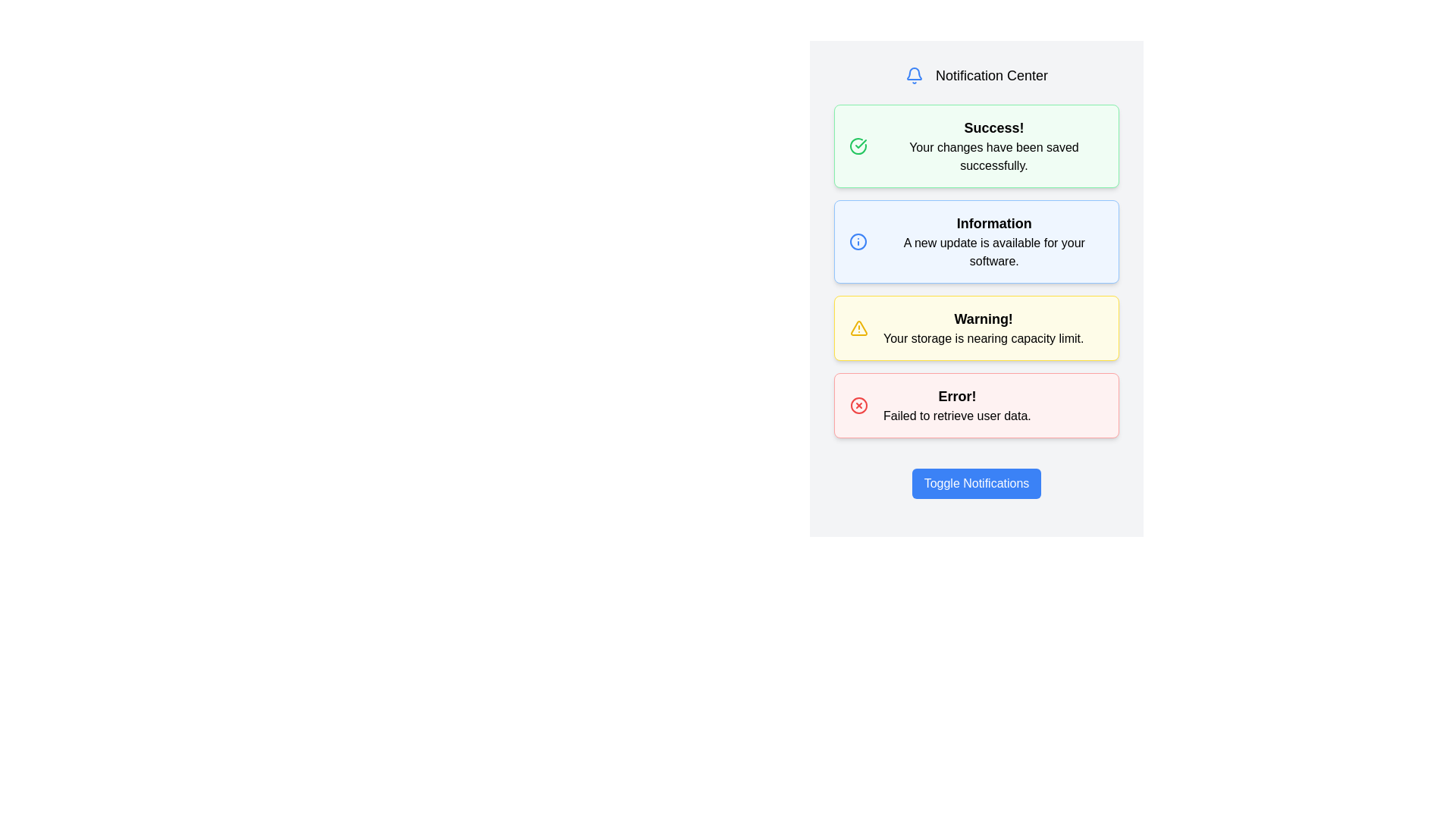 This screenshot has width=1456, height=819. What do you see at coordinates (858, 241) in the screenshot?
I see `the informational message icon located in the notification box, which is the leftmost component adjacent to the notification title and text` at bounding box center [858, 241].